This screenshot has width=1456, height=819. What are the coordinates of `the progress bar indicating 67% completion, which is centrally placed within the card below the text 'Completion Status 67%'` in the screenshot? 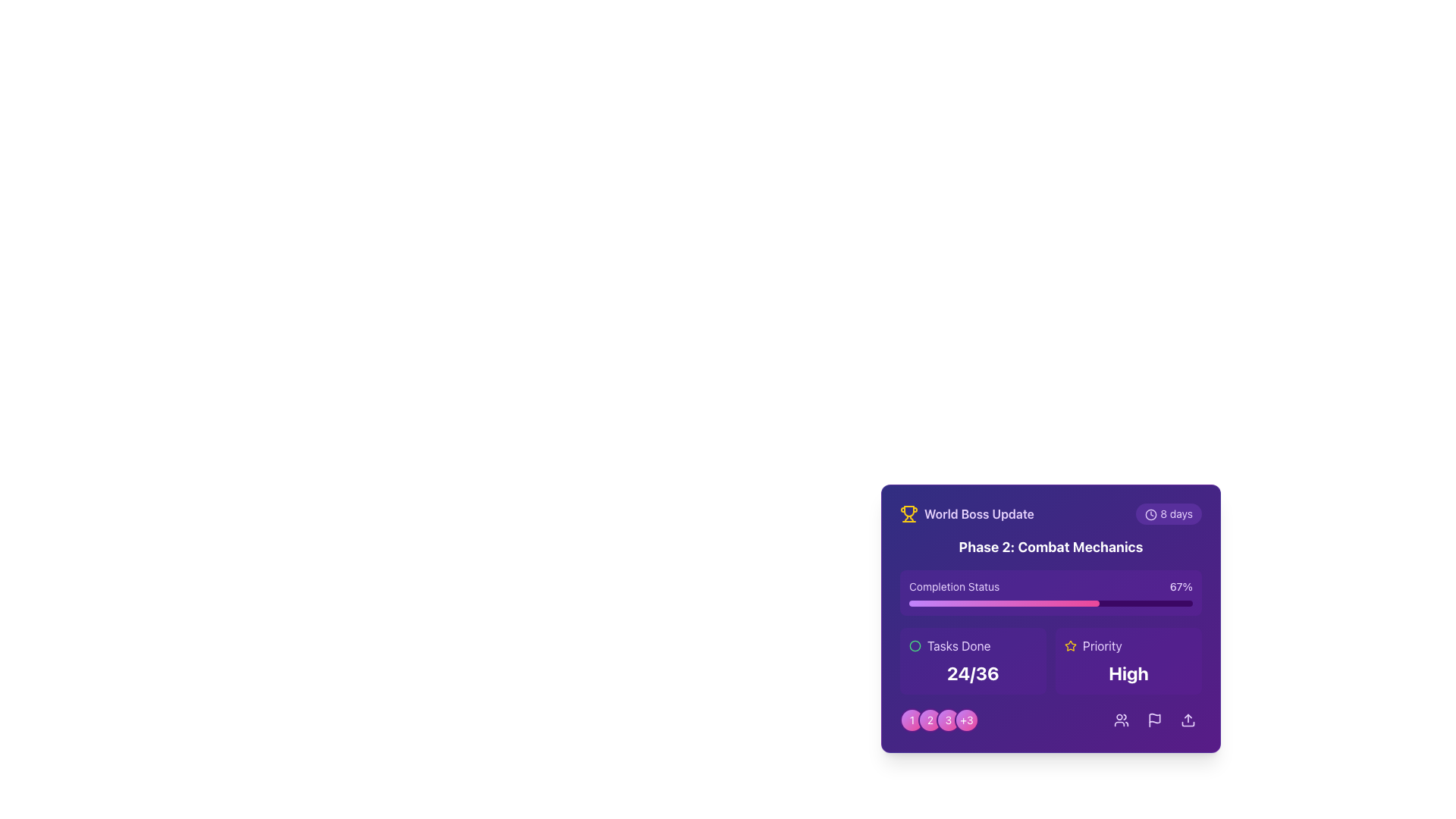 It's located at (1050, 602).